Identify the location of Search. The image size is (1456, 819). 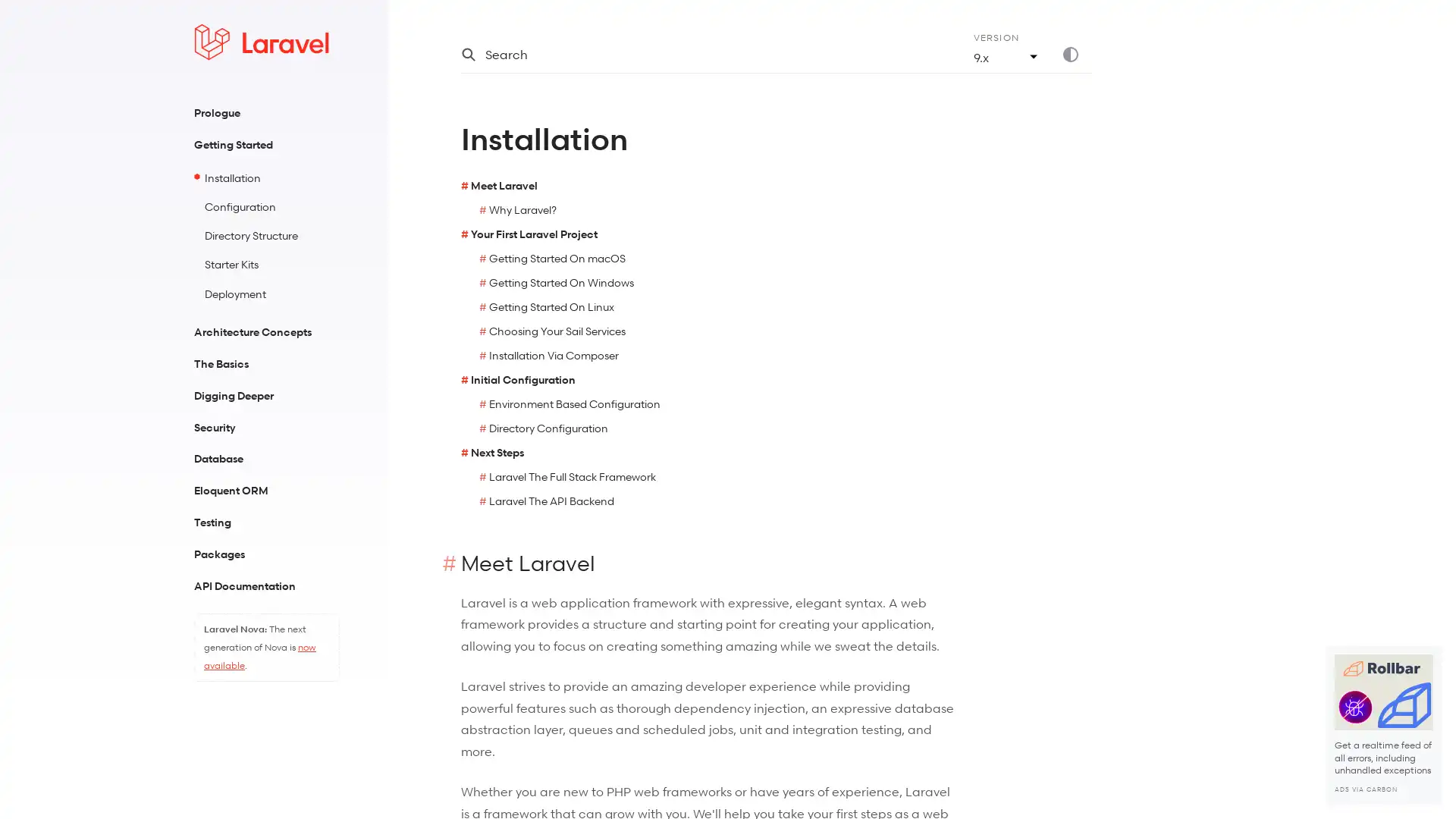
(698, 54).